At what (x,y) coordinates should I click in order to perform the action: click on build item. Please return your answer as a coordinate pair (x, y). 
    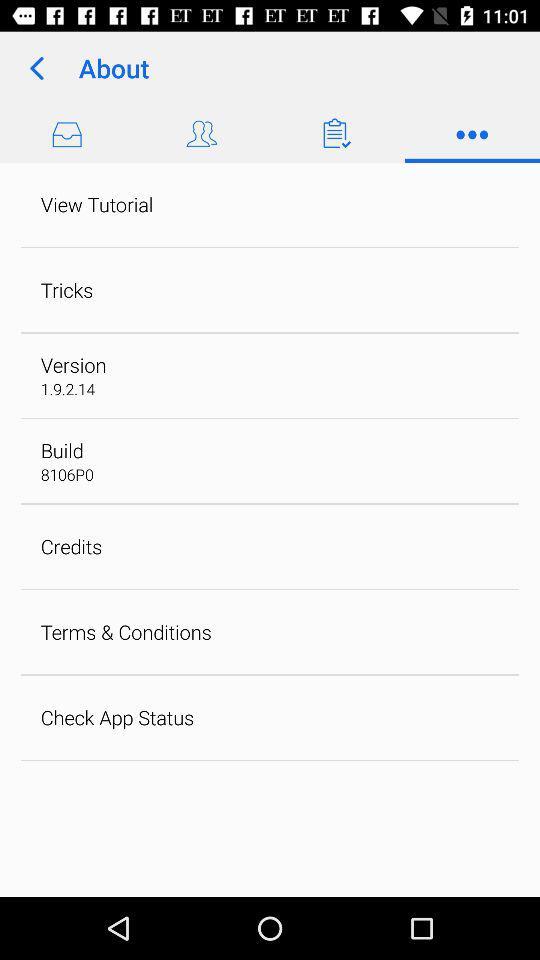
    Looking at the image, I should click on (62, 450).